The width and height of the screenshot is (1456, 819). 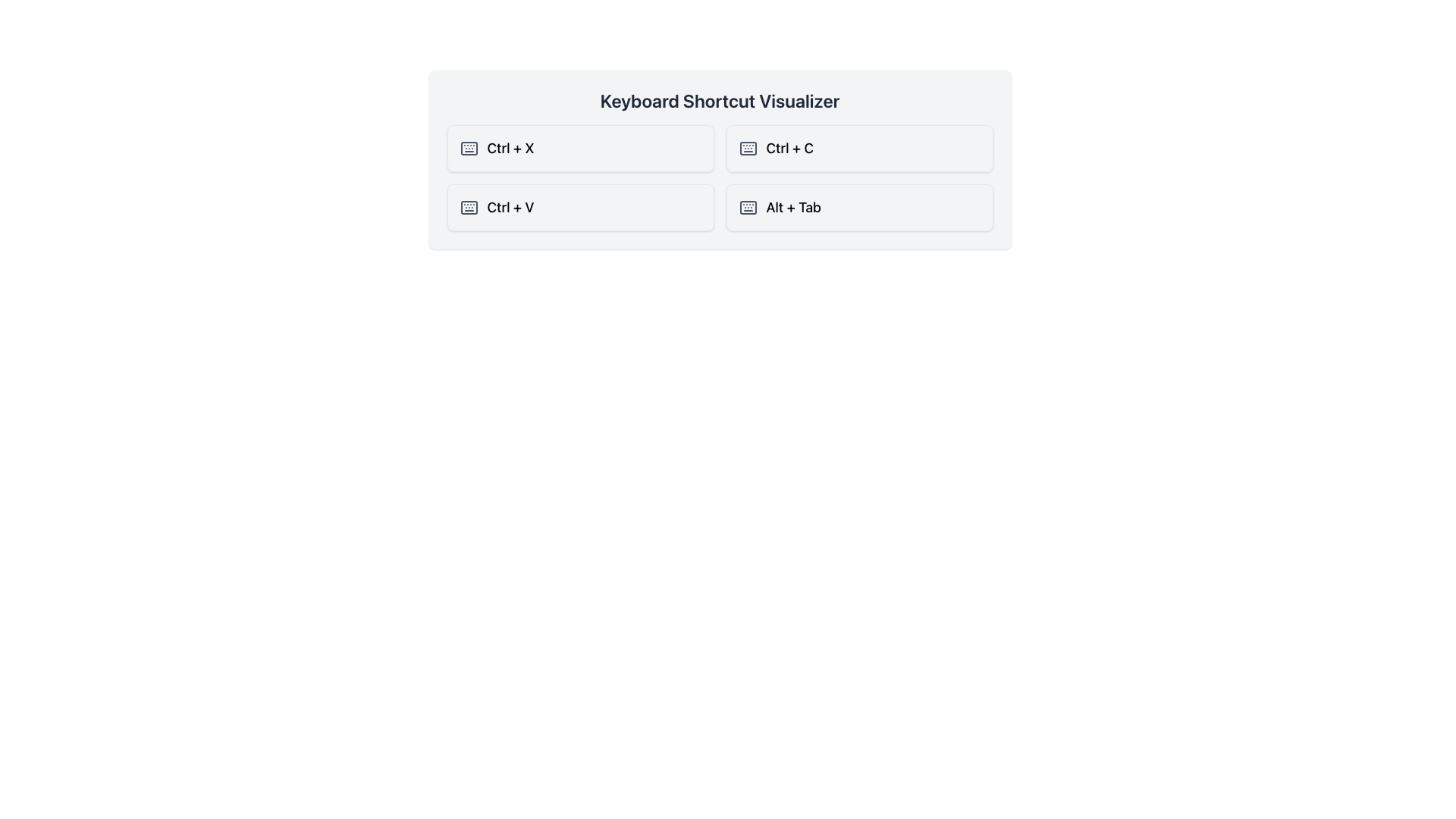 What do you see at coordinates (468, 207) in the screenshot?
I see `the keyboard icon located to the left of the 'Ctrl + V' text in the selectable list item` at bounding box center [468, 207].